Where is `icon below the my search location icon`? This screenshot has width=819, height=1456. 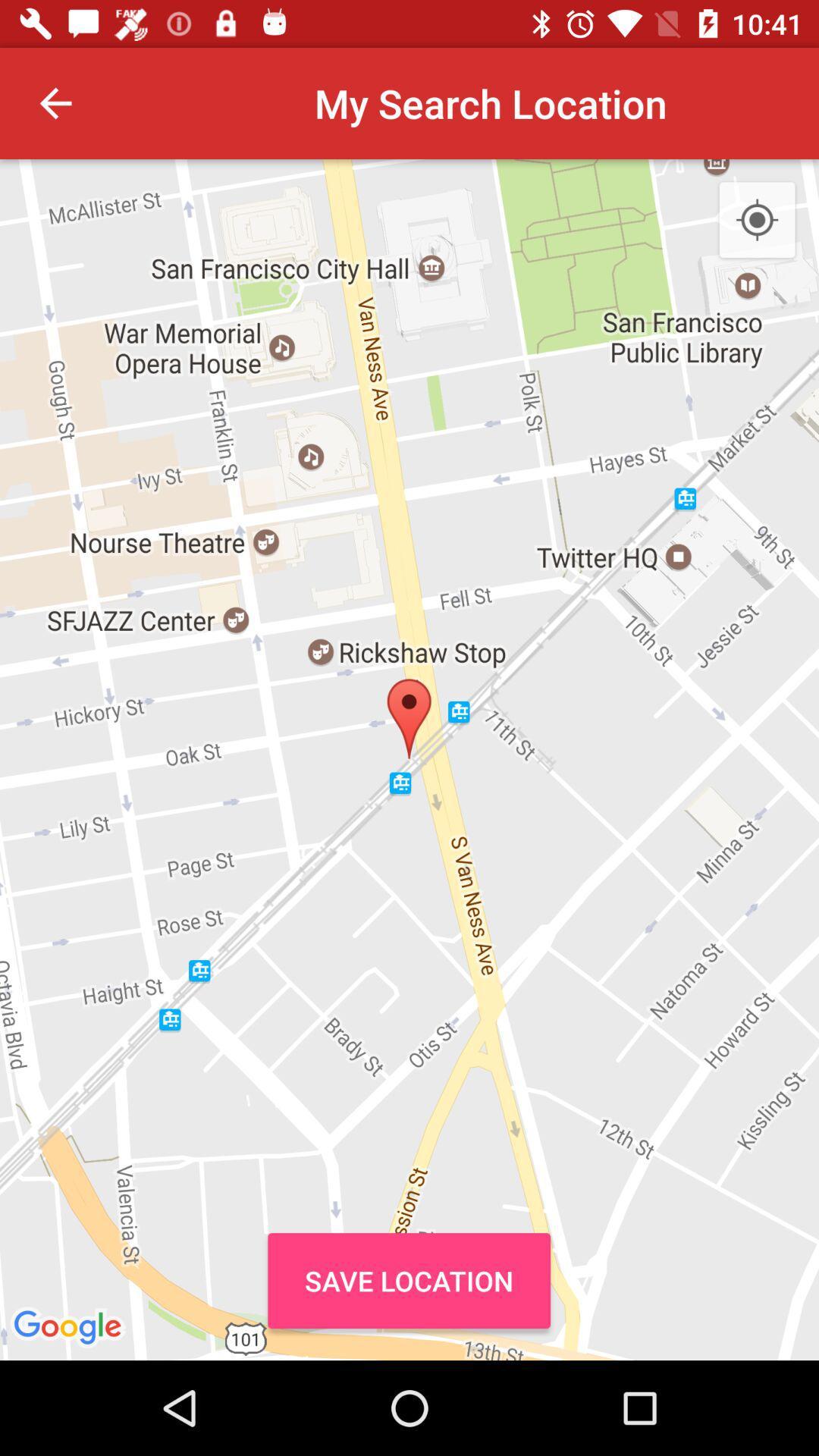
icon below the my search location icon is located at coordinates (408, 1280).